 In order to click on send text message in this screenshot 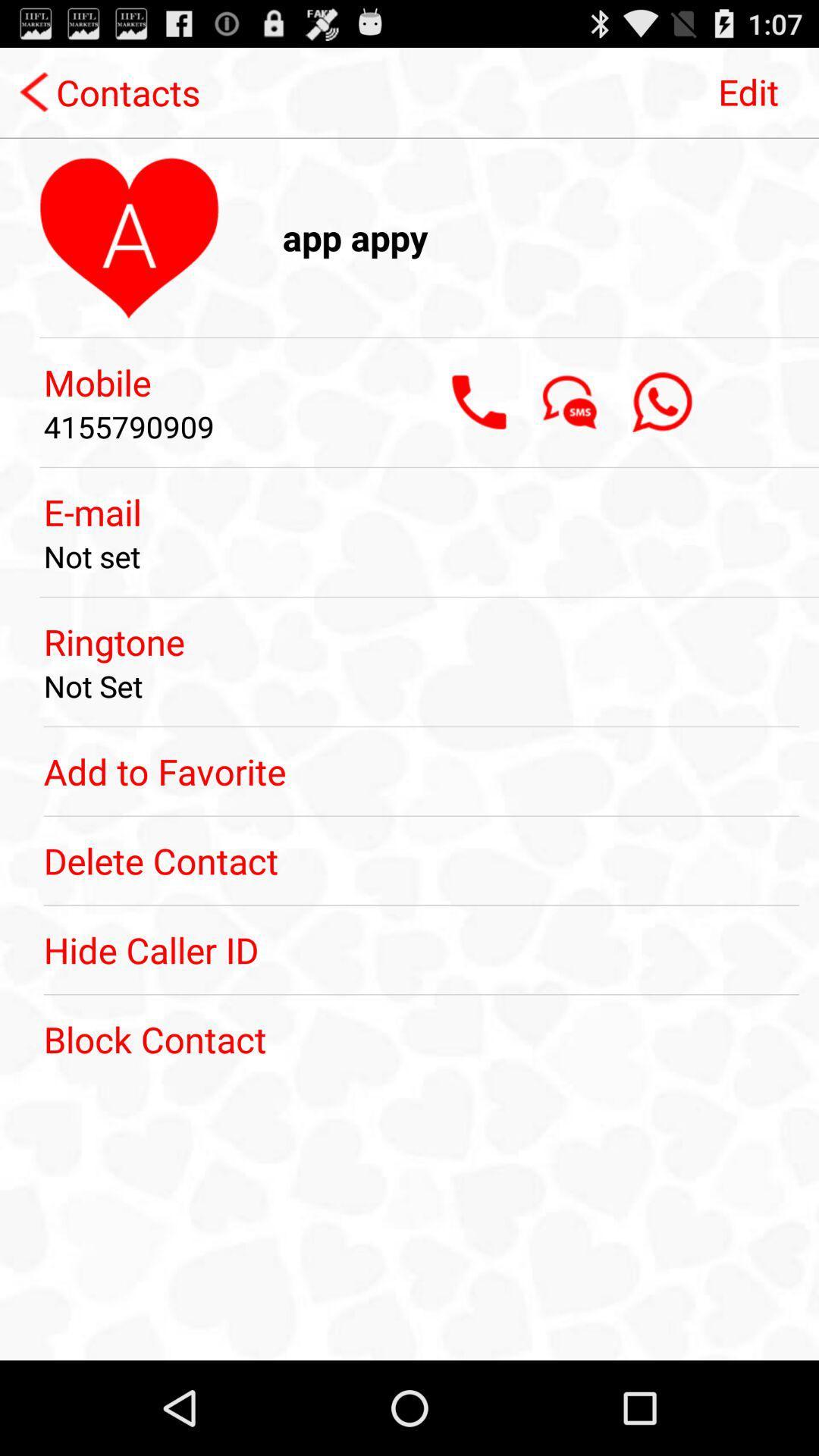, I will do `click(570, 402)`.